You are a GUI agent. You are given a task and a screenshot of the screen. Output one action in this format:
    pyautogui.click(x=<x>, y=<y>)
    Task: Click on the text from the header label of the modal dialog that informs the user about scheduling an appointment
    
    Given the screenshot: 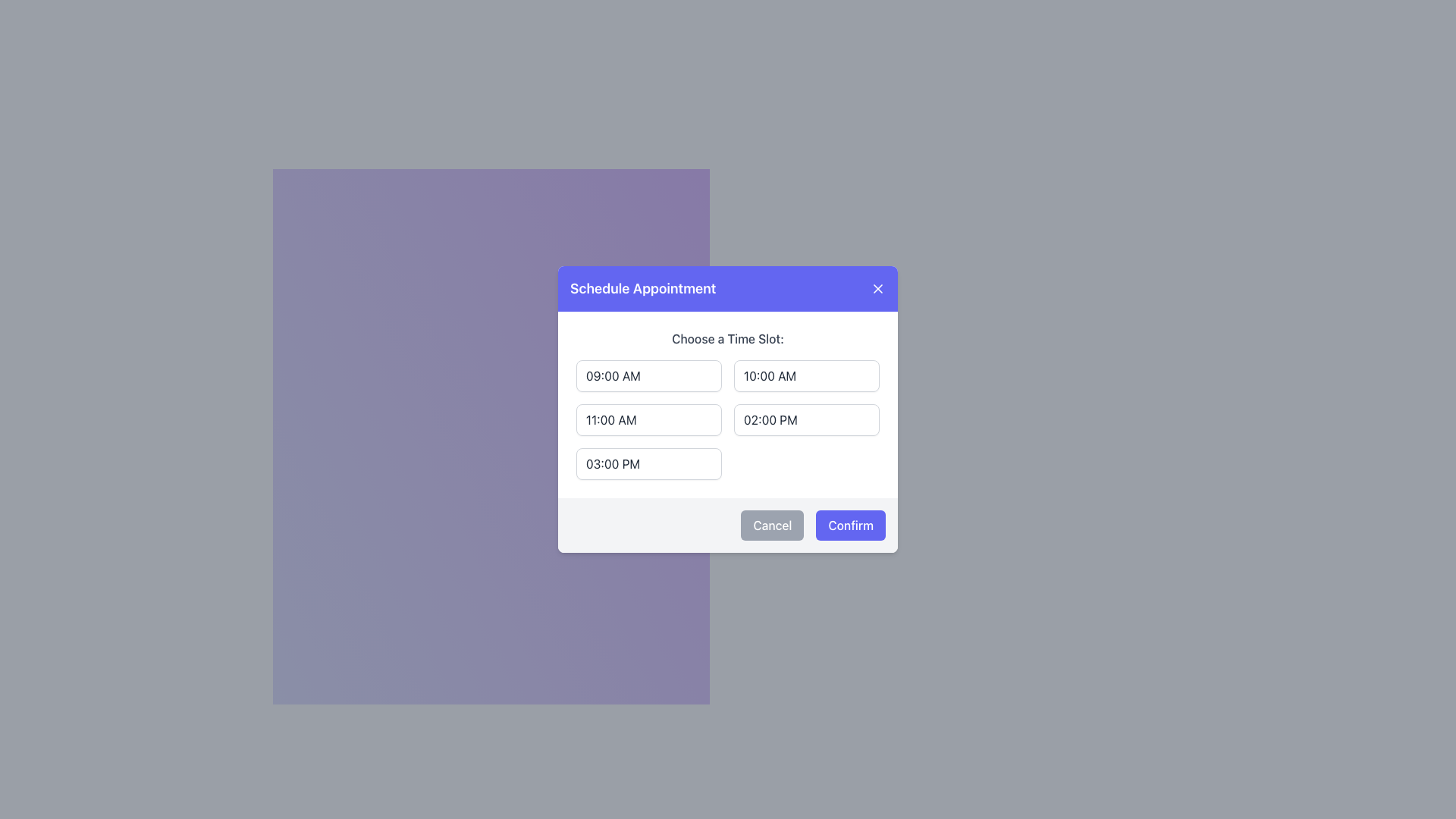 What is the action you would take?
    pyautogui.click(x=643, y=289)
    